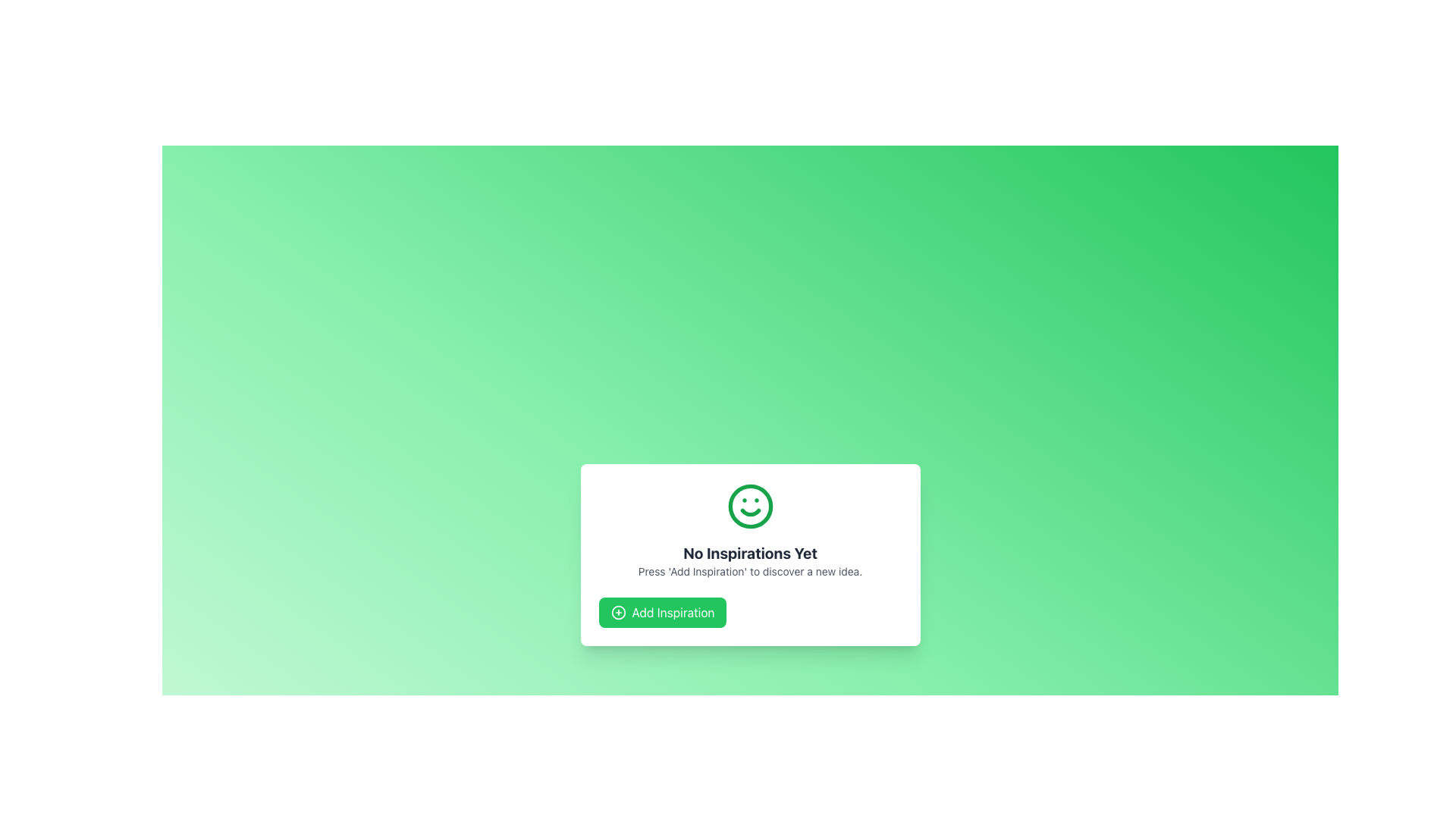 The height and width of the screenshot is (819, 1456). Describe the element at coordinates (618, 611) in the screenshot. I see `the SVG circle graphic that is part of the 'Add Inspiration' button, located at the bottom of the card component` at that location.